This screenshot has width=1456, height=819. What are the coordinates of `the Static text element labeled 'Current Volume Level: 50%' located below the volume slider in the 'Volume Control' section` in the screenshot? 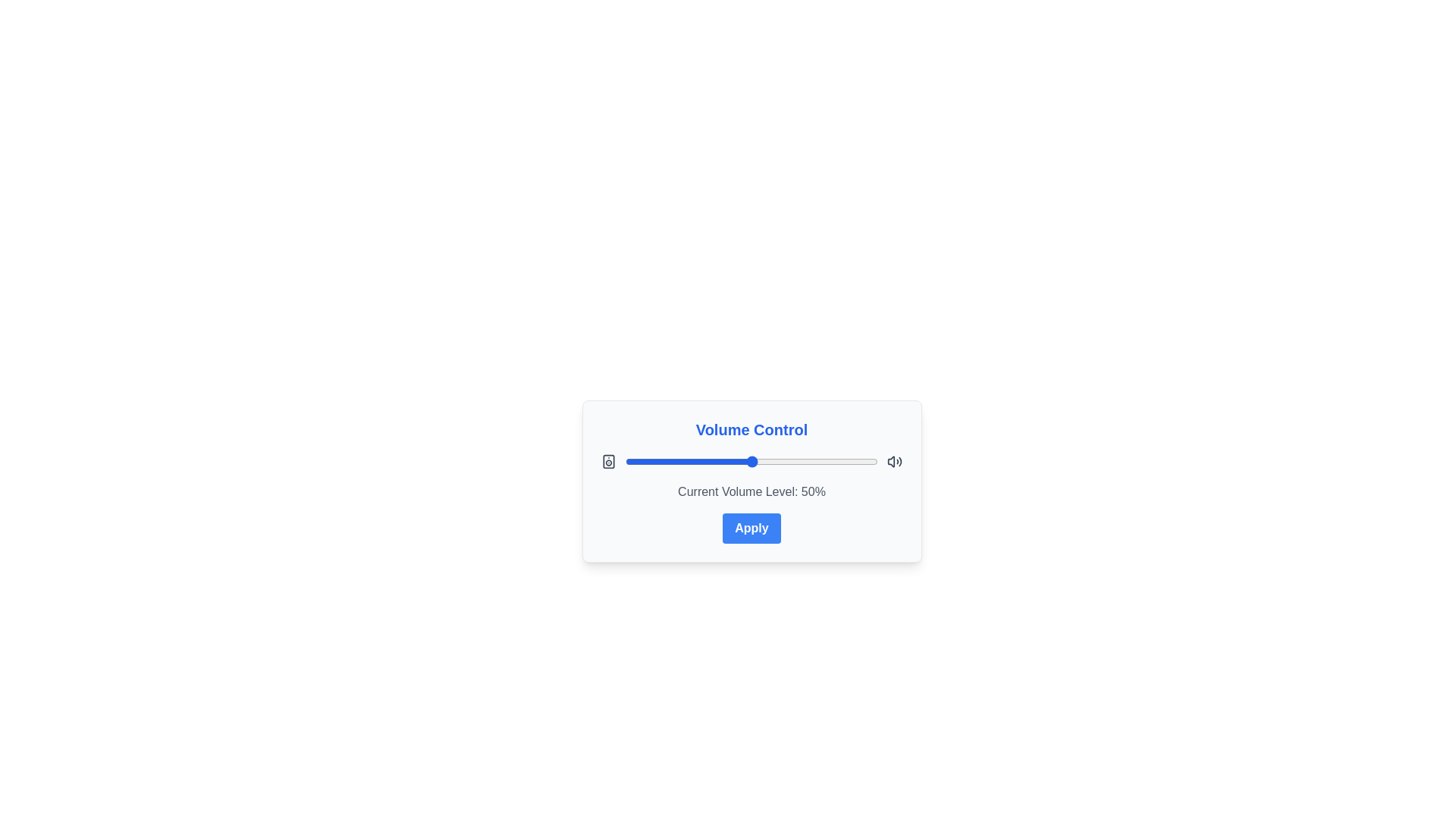 It's located at (752, 491).